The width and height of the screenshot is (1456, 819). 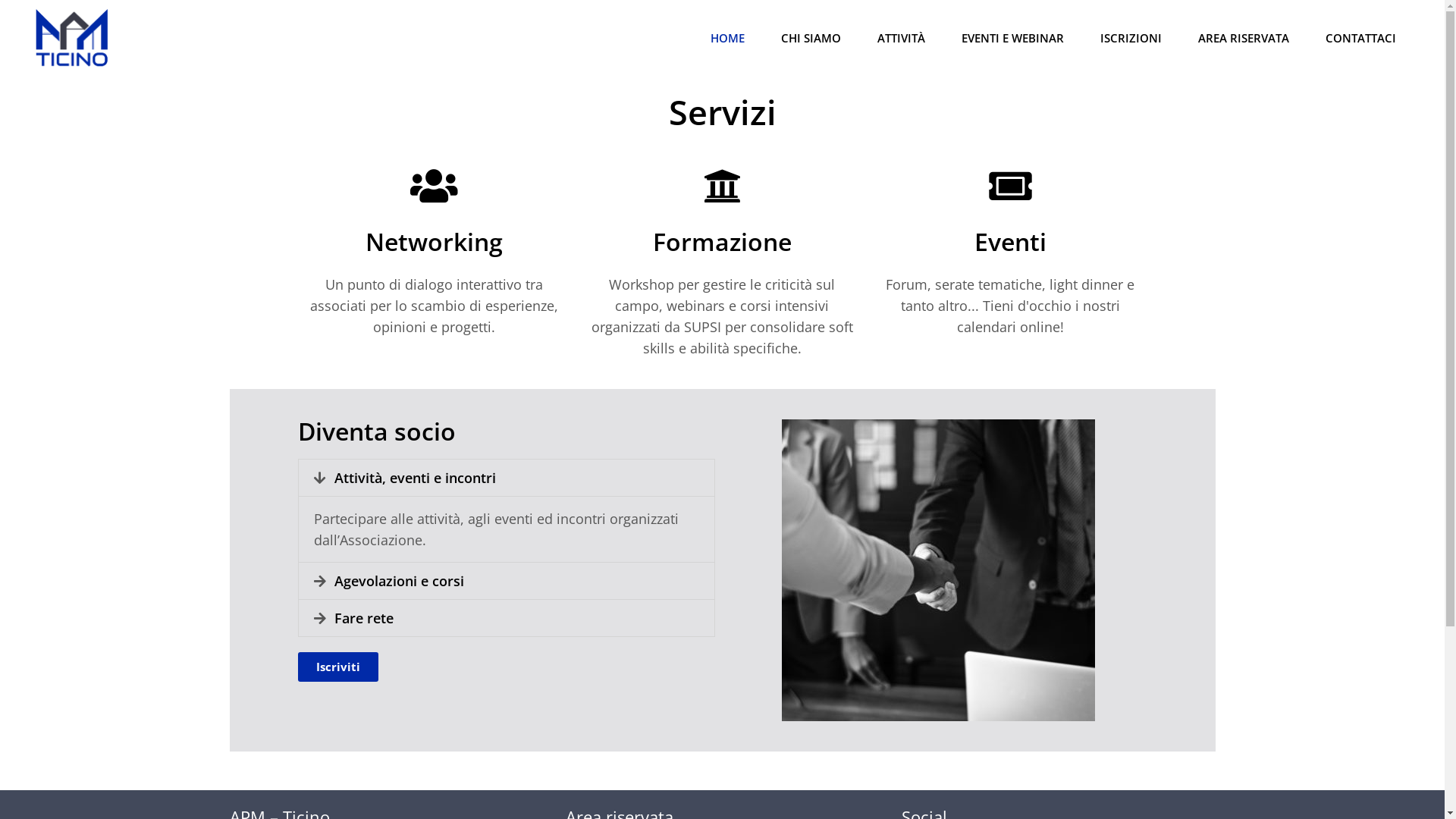 What do you see at coordinates (398, 580) in the screenshot?
I see `'Agevolazioni e corsi'` at bounding box center [398, 580].